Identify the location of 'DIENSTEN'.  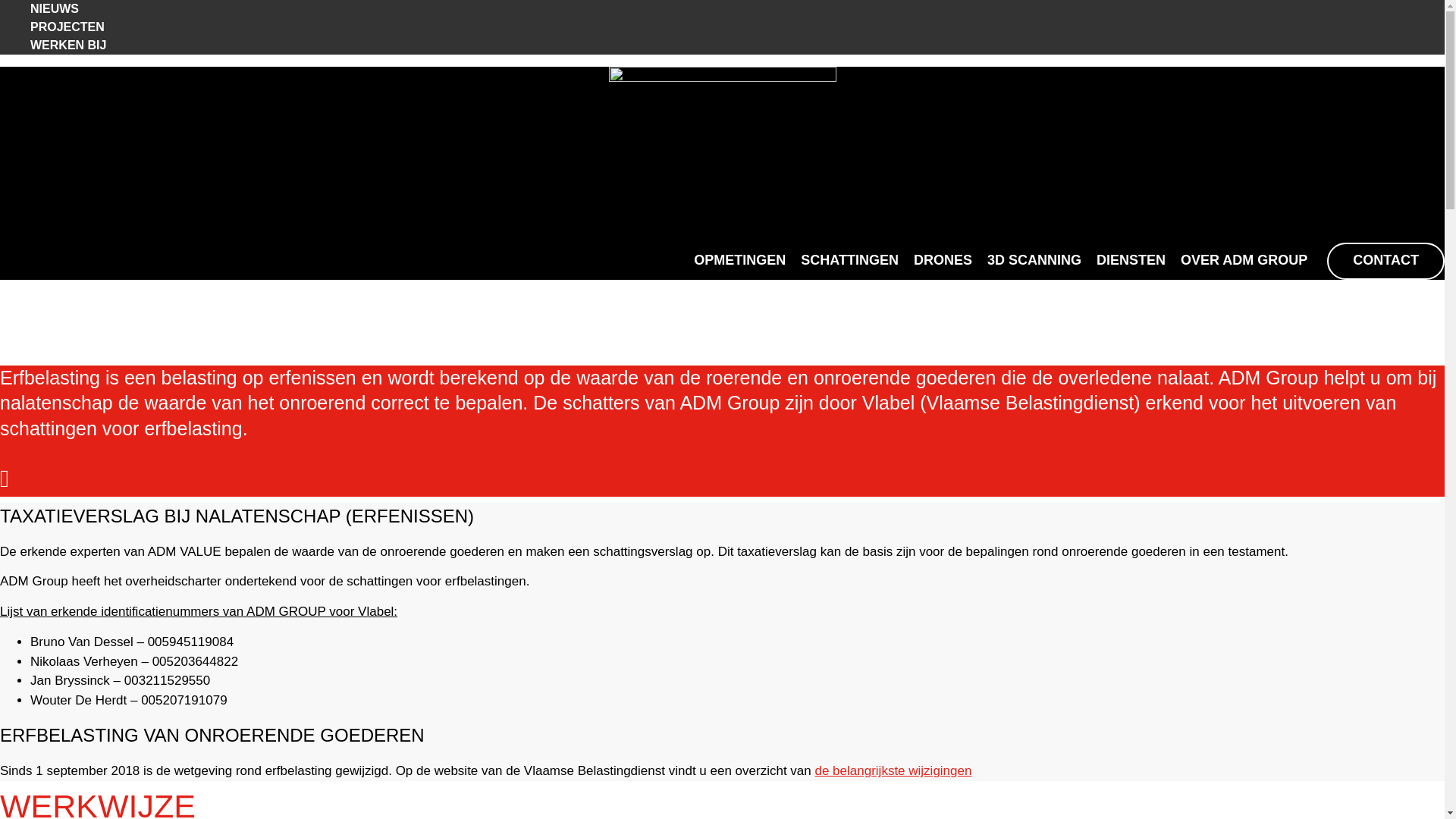
(1087, 260).